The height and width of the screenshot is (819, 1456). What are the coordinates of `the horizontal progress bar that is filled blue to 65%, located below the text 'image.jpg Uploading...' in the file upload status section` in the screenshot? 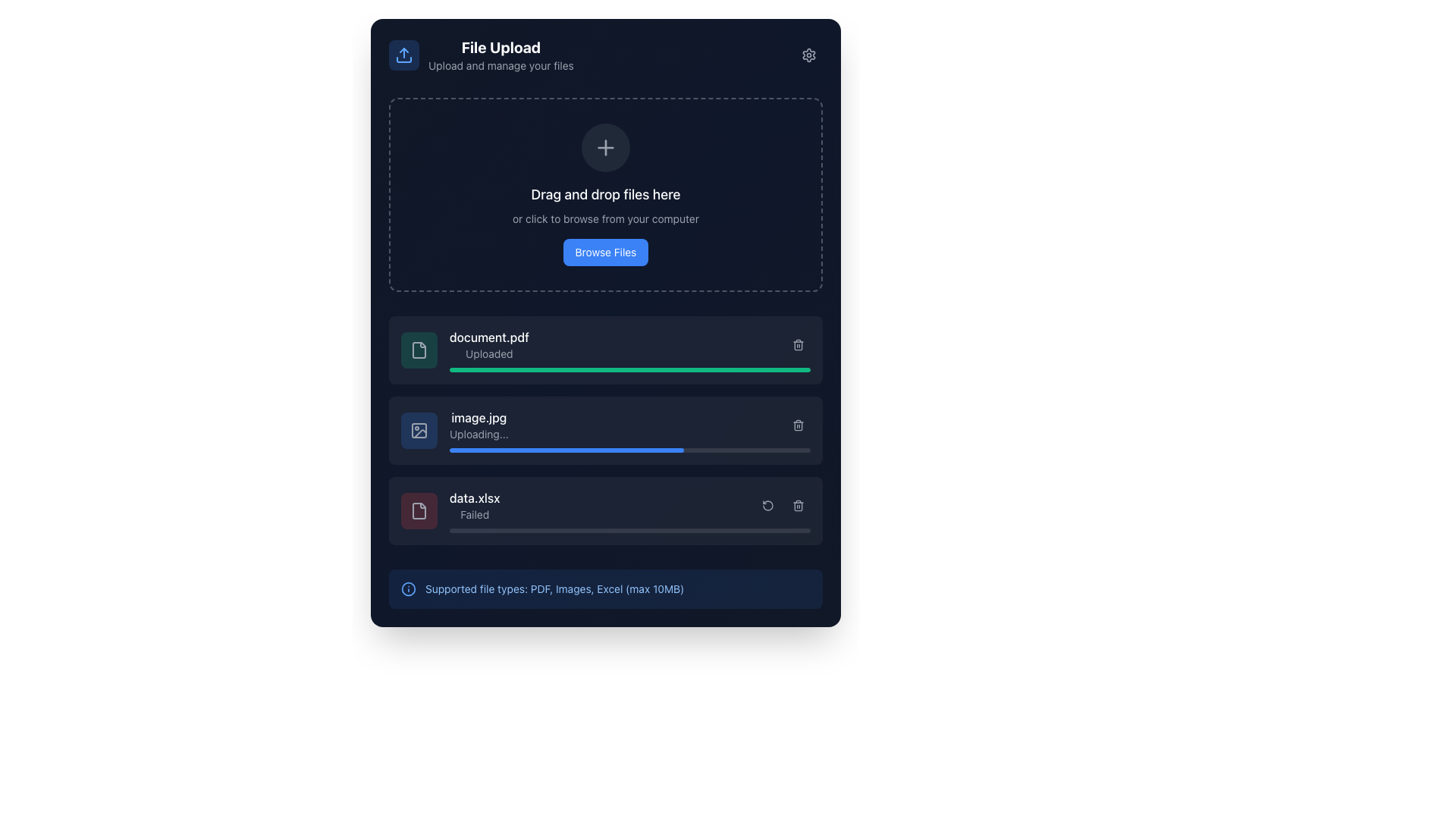 It's located at (629, 450).